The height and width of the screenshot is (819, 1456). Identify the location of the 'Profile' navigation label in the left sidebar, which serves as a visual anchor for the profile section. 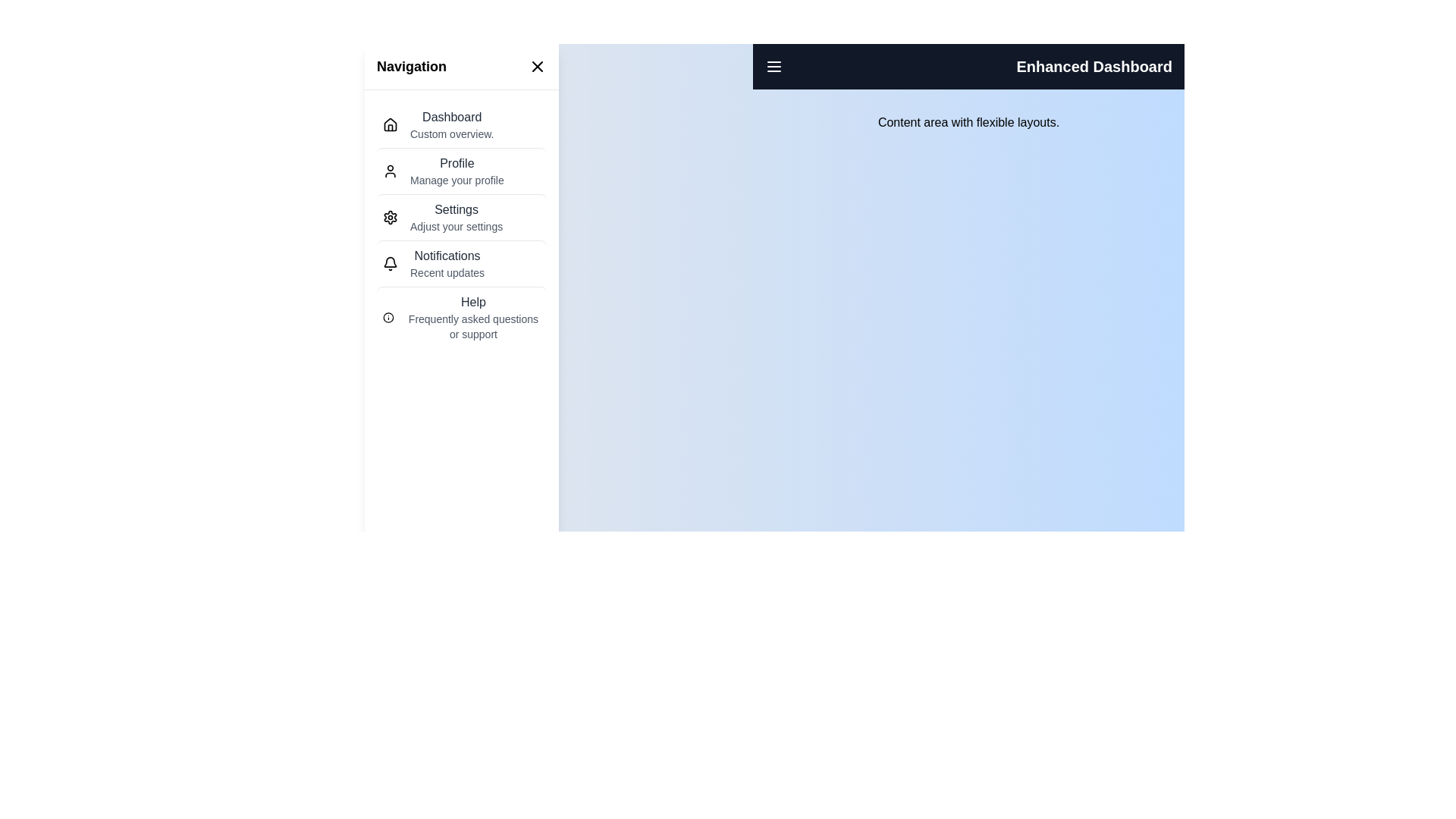
(456, 164).